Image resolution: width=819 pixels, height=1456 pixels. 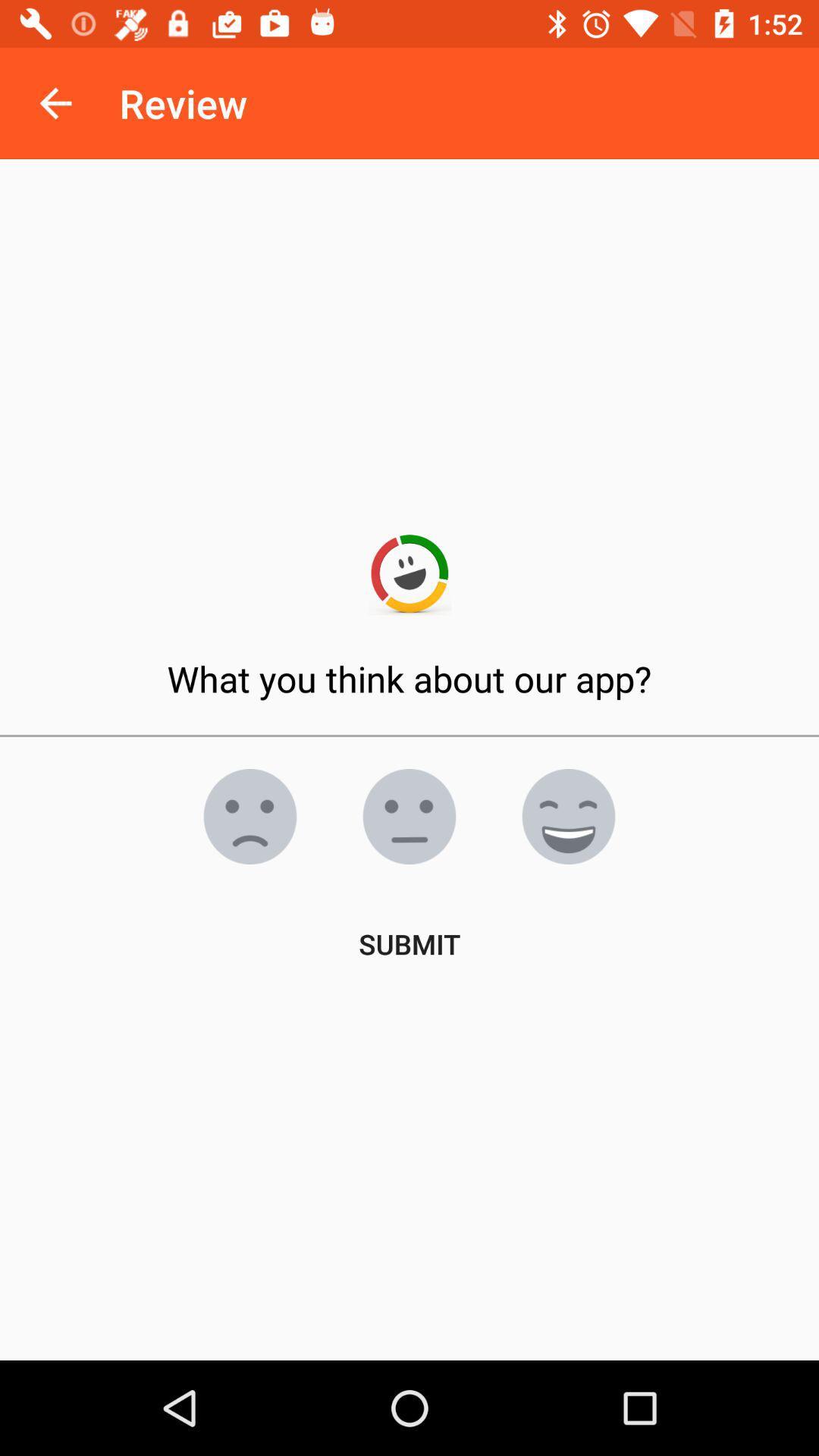 I want to click on the item above submit item, so click(x=409, y=815).